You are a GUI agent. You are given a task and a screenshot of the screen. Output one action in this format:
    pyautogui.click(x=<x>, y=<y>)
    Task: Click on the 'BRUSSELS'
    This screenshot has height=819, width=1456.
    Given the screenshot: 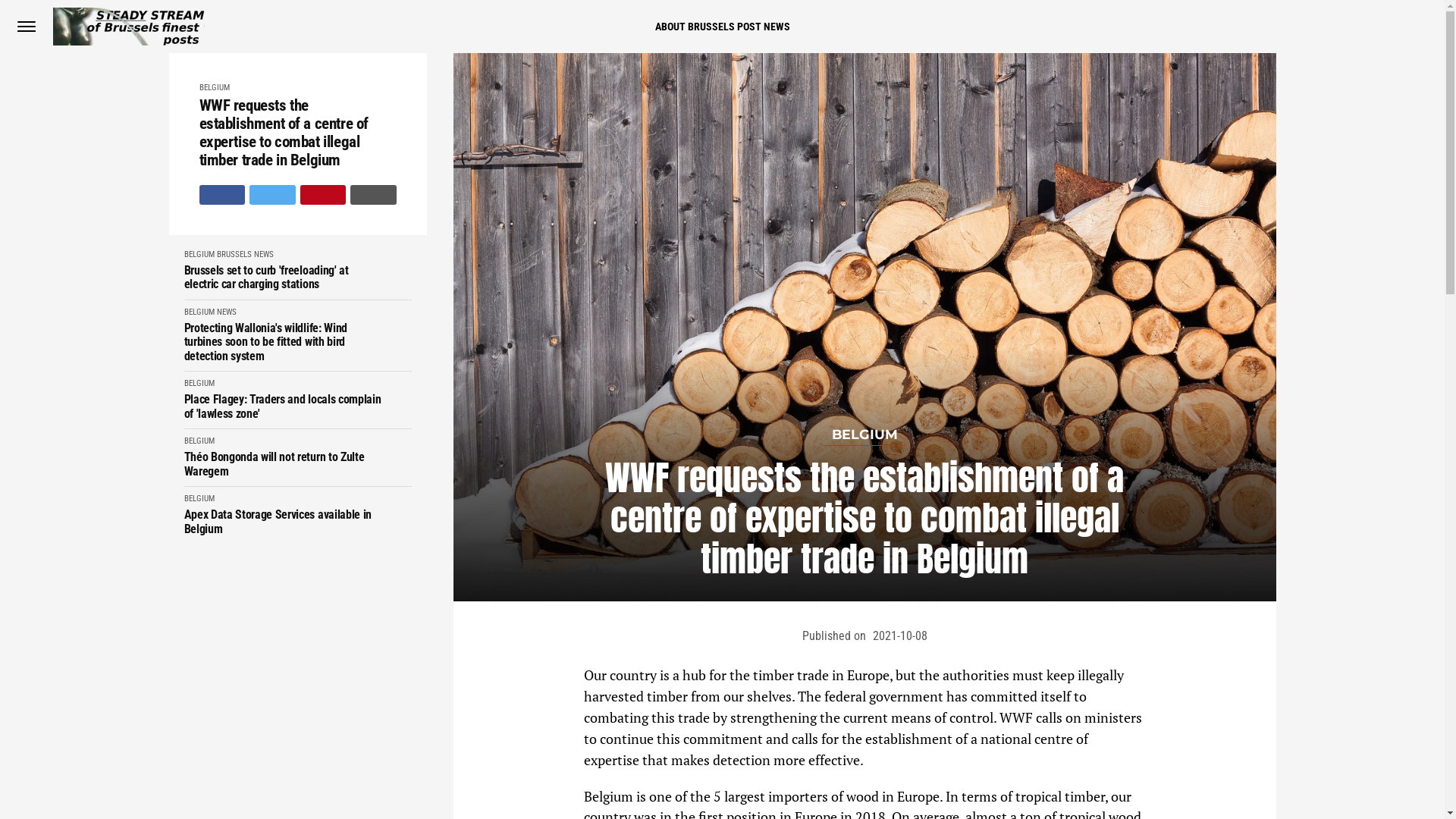 What is the action you would take?
    pyautogui.click(x=216, y=253)
    